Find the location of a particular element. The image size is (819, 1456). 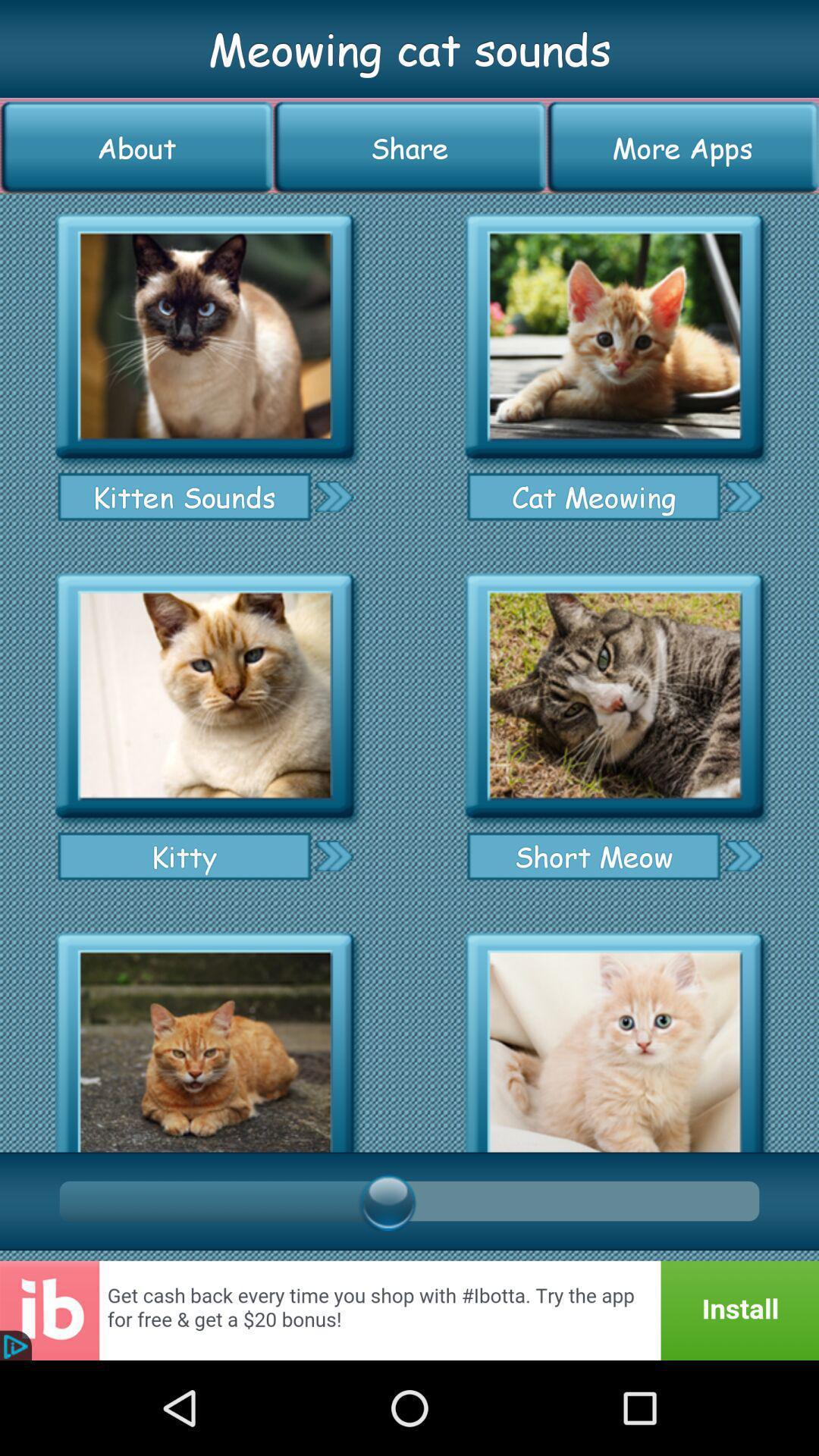

kitten sounds button is located at coordinates (184, 497).